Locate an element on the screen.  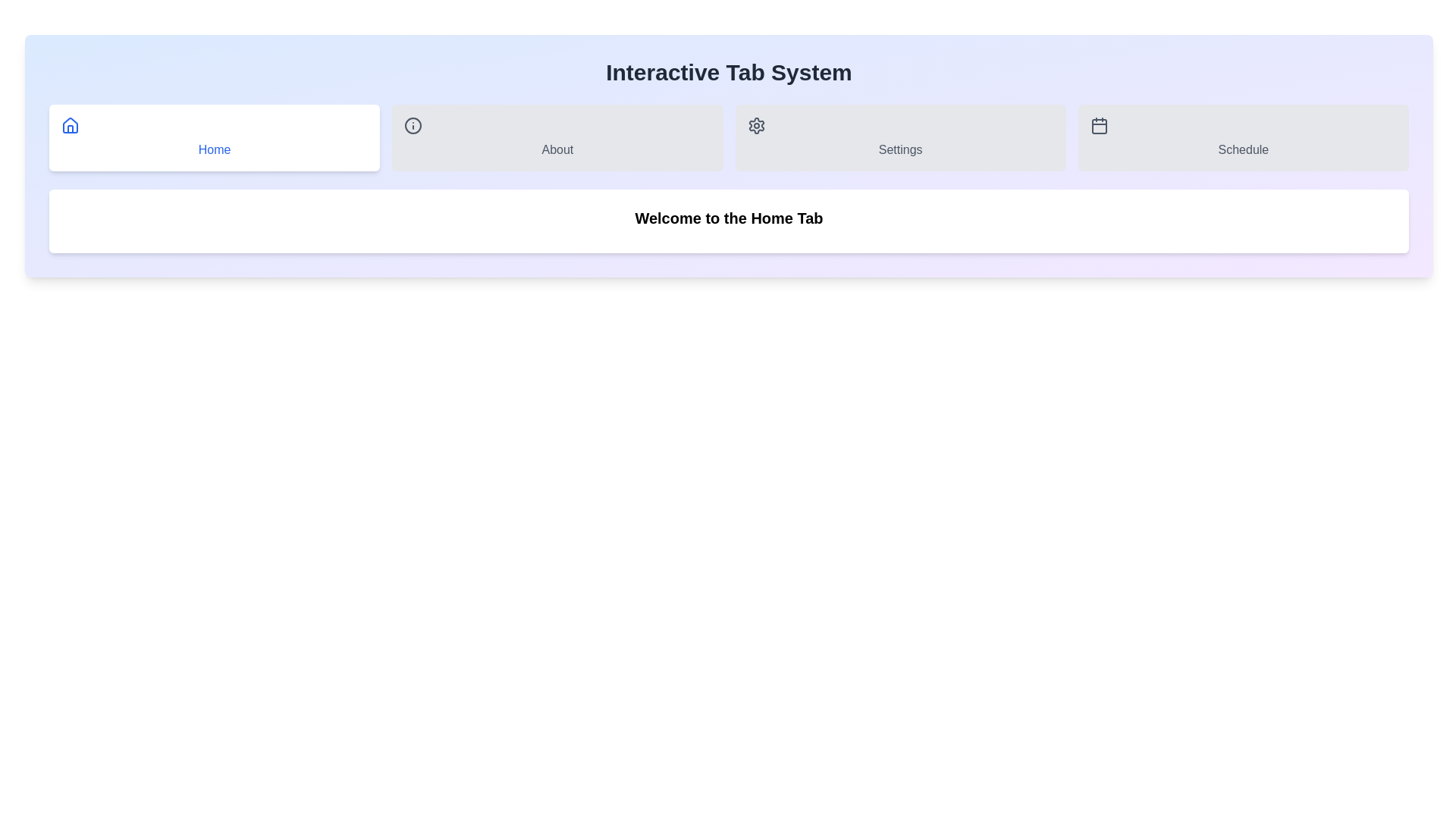
the Settings tab by clicking its respective button is located at coordinates (899, 137).